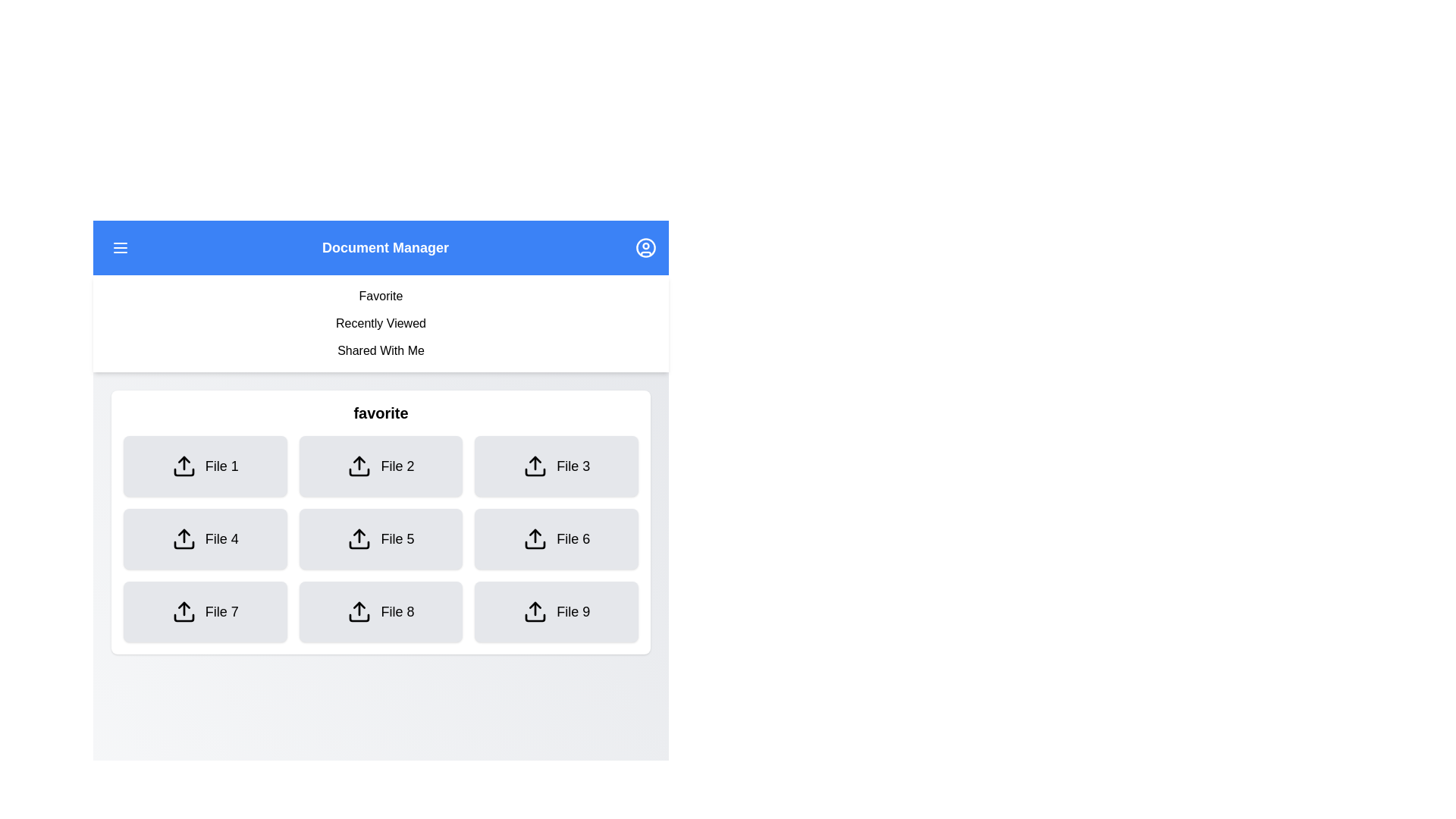  I want to click on the user profile icon in the top-right corner, so click(645, 247).